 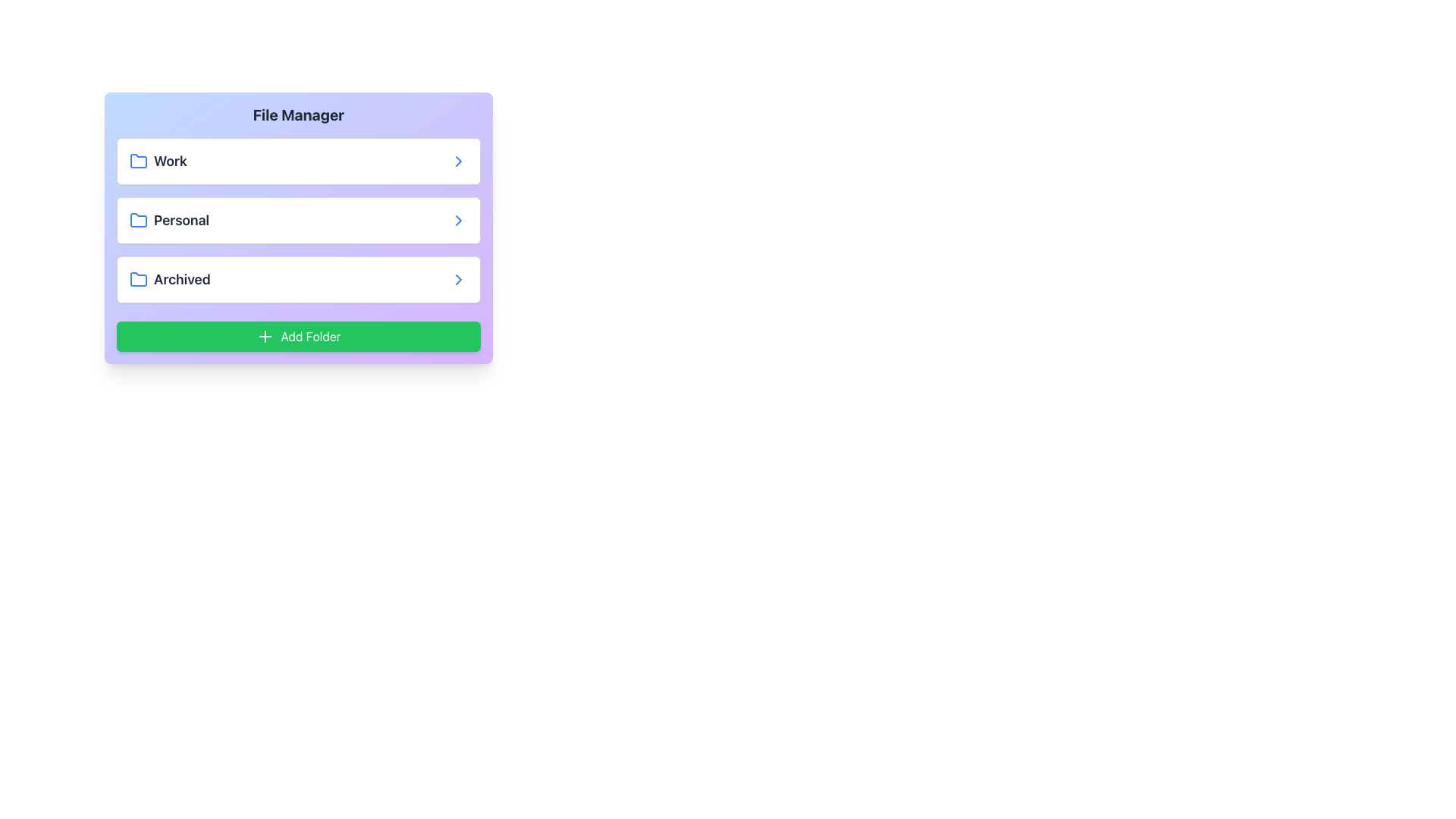 I want to click on the 'Archived' label with the folder icon, so click(x=170, y=280).